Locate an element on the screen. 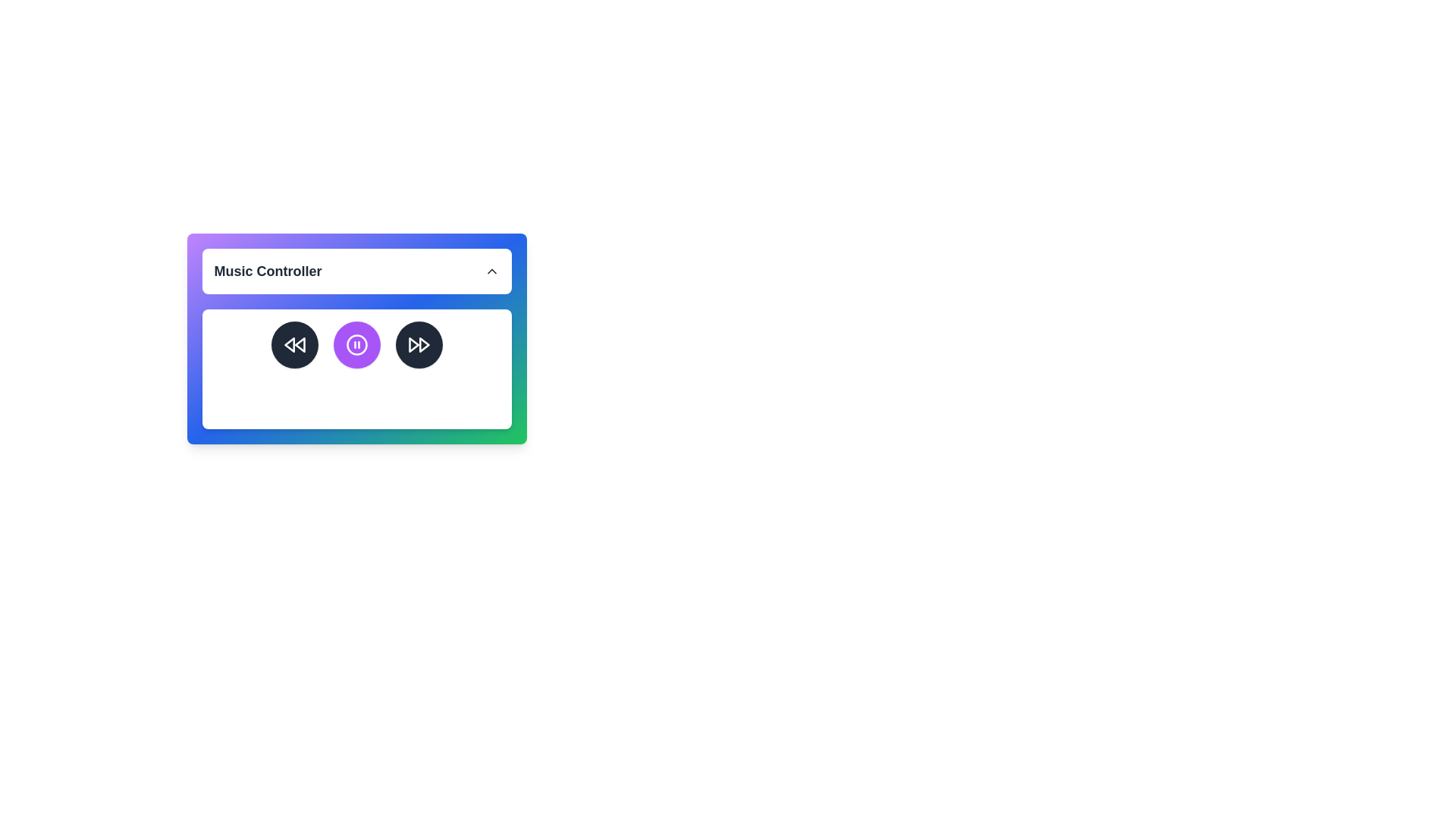  the chevron button to toggle the music controller panel is located at coordinates (491, 271).